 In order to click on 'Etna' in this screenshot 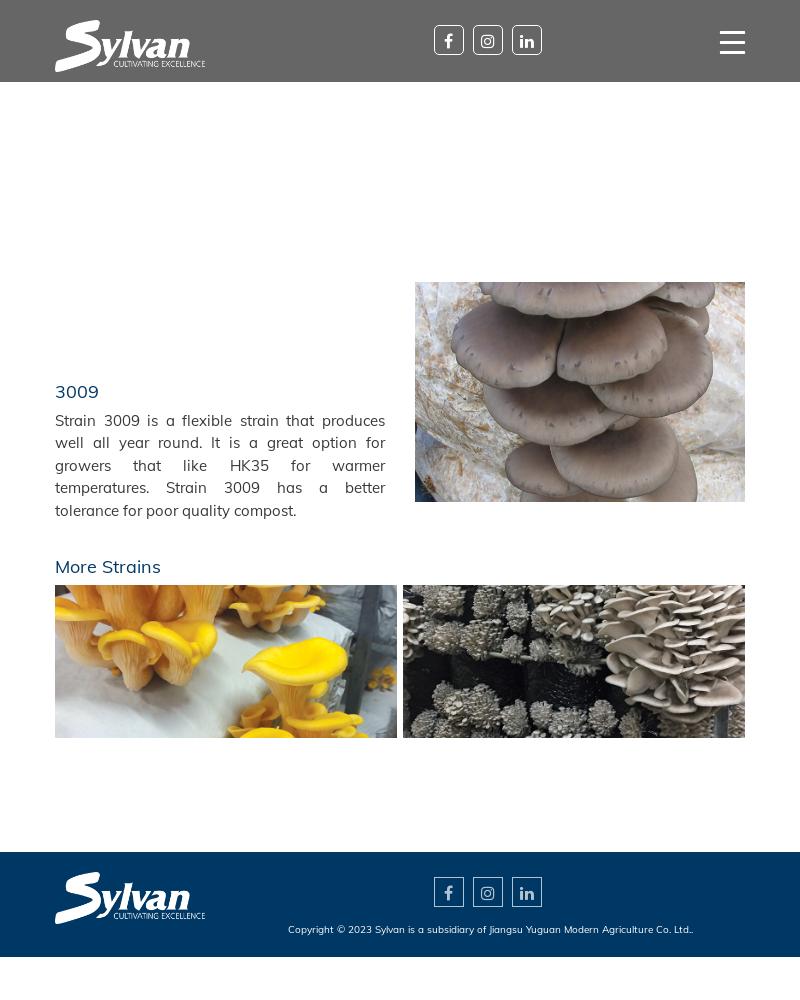, I will do `click(572, 660)`.